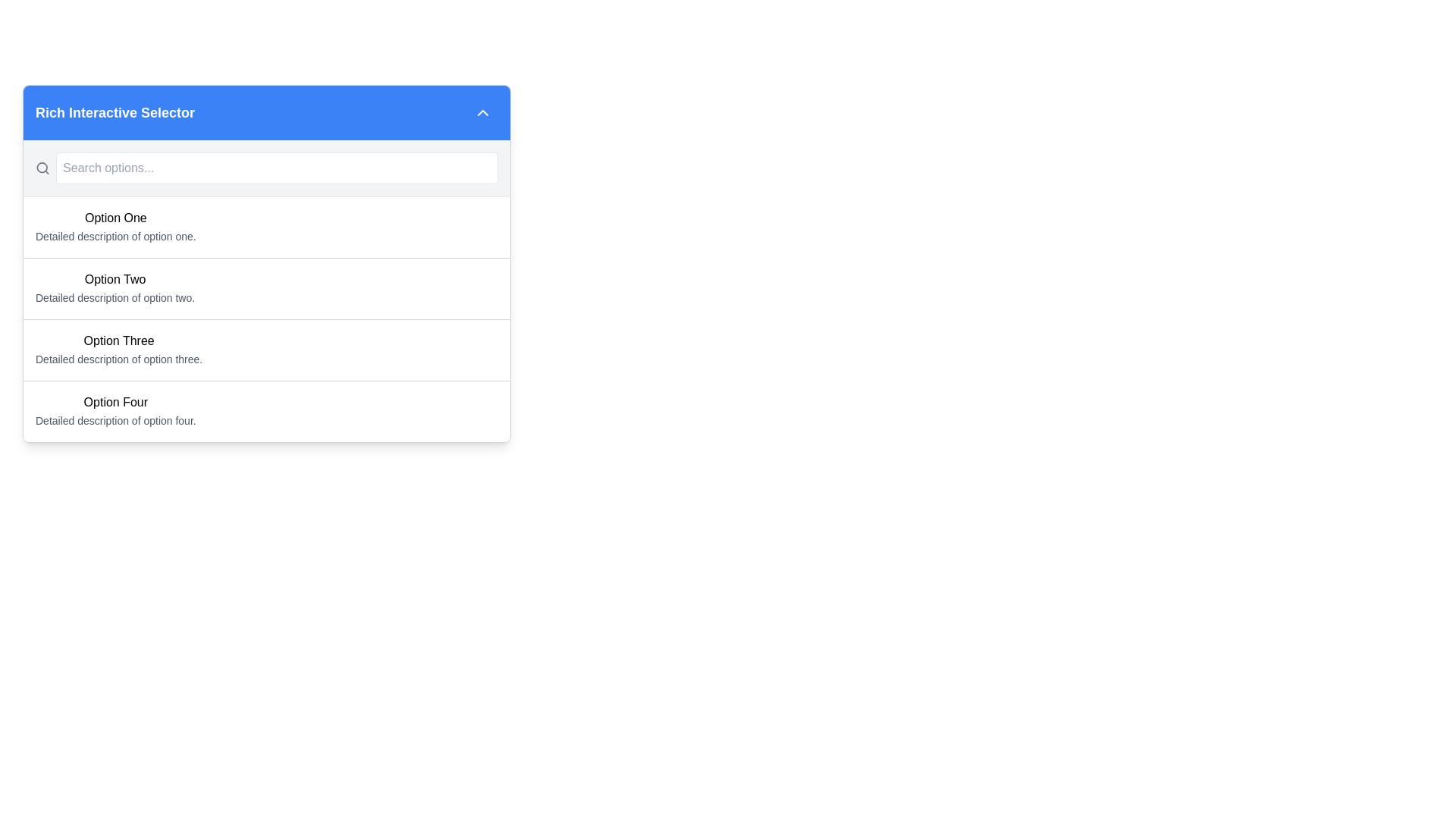 The height and width of the screenshot is (819, 1456). Describe the element at coordinates (266, 411) in the screenshot. I see `the list item labeled 'Option Four'` at that location.